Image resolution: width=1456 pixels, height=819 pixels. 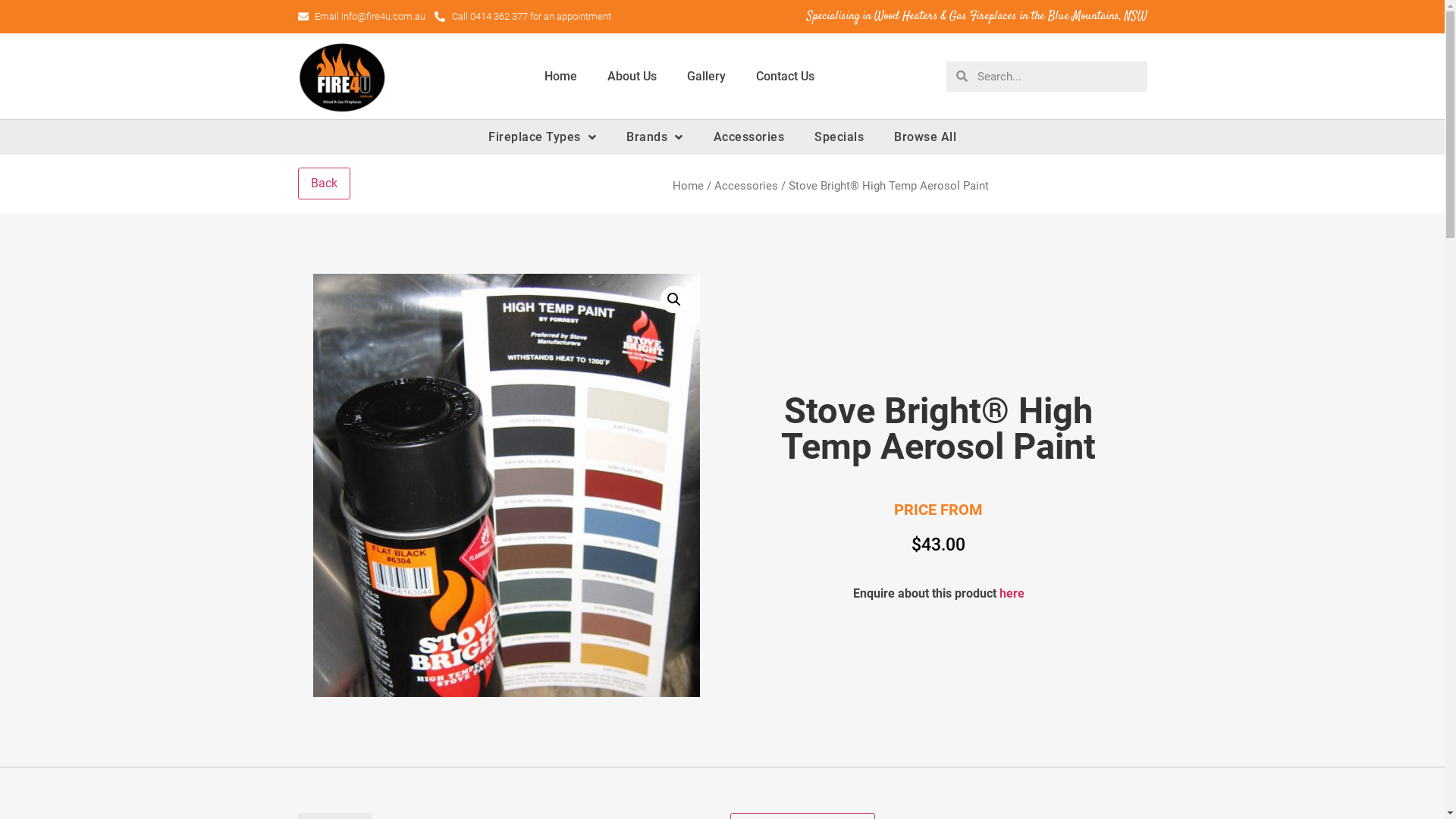 What do you see at coordinates (924, 137) in the screenshot?
I see `'Browse All'` at bounding box center [924, 137].